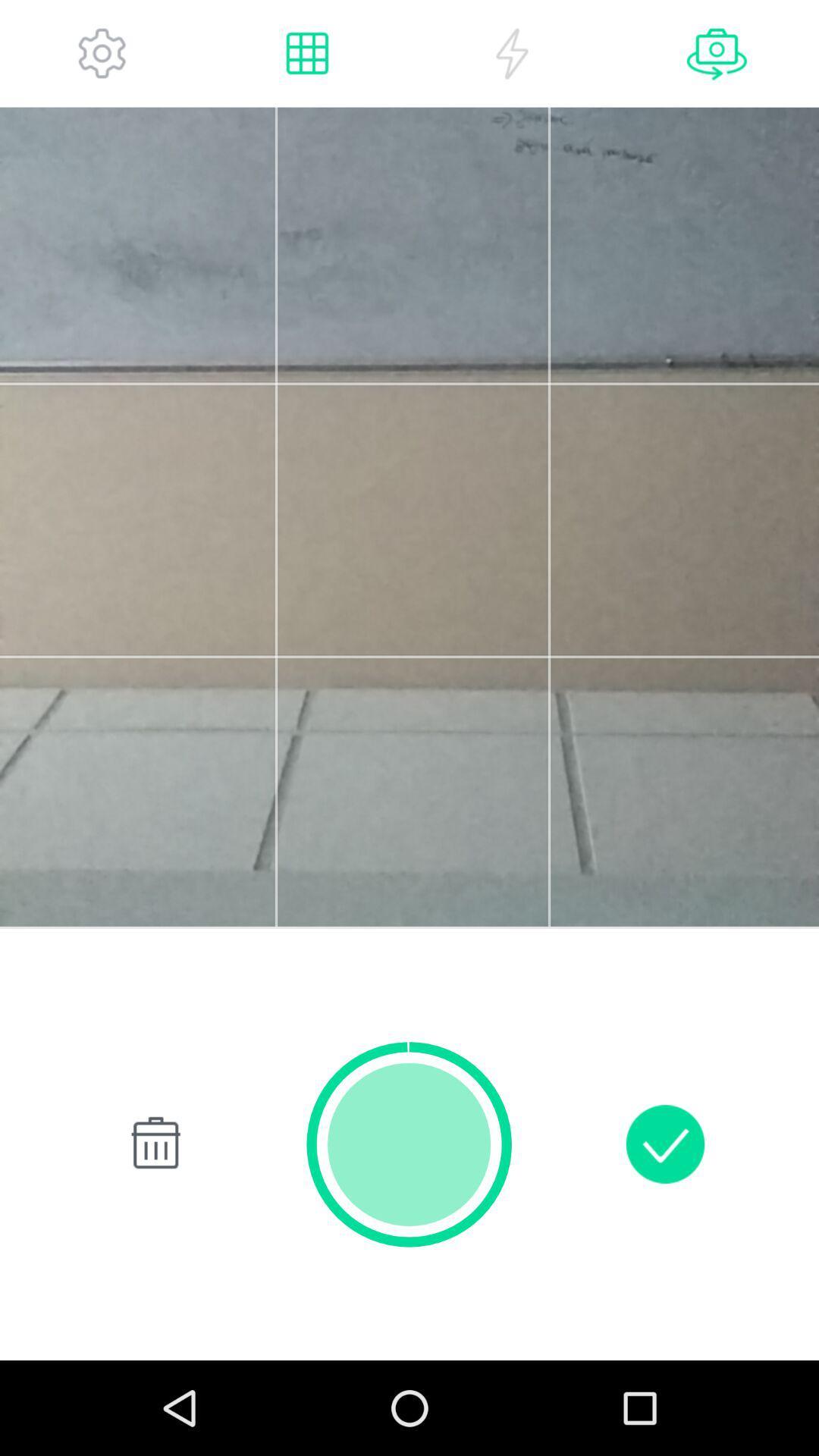  What do you see at coordinates (307, 53) in the screenshot?
I see `grid mode` at bounding box center [307, 53].